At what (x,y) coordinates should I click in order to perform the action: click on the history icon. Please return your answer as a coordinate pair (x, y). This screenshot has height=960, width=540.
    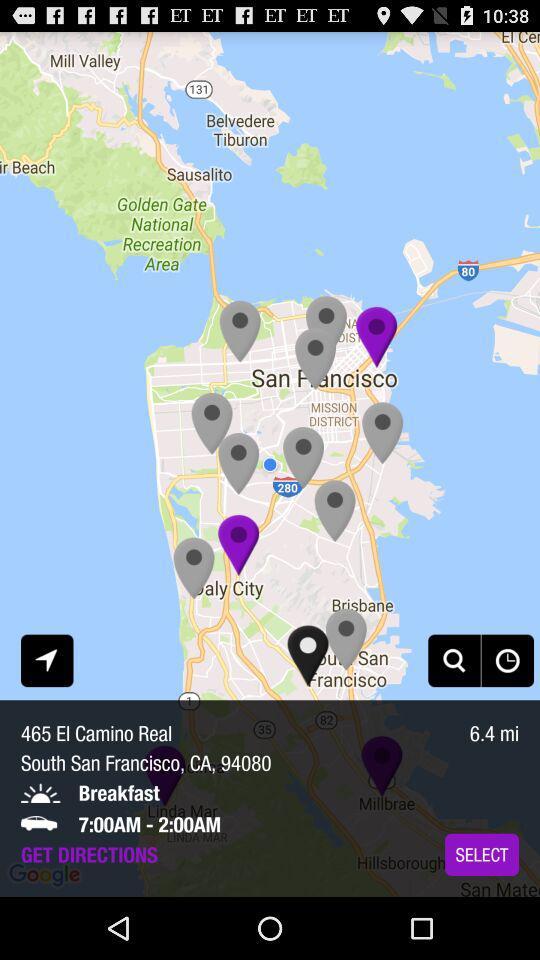
    Looking at the image, I should click on (507, 707).